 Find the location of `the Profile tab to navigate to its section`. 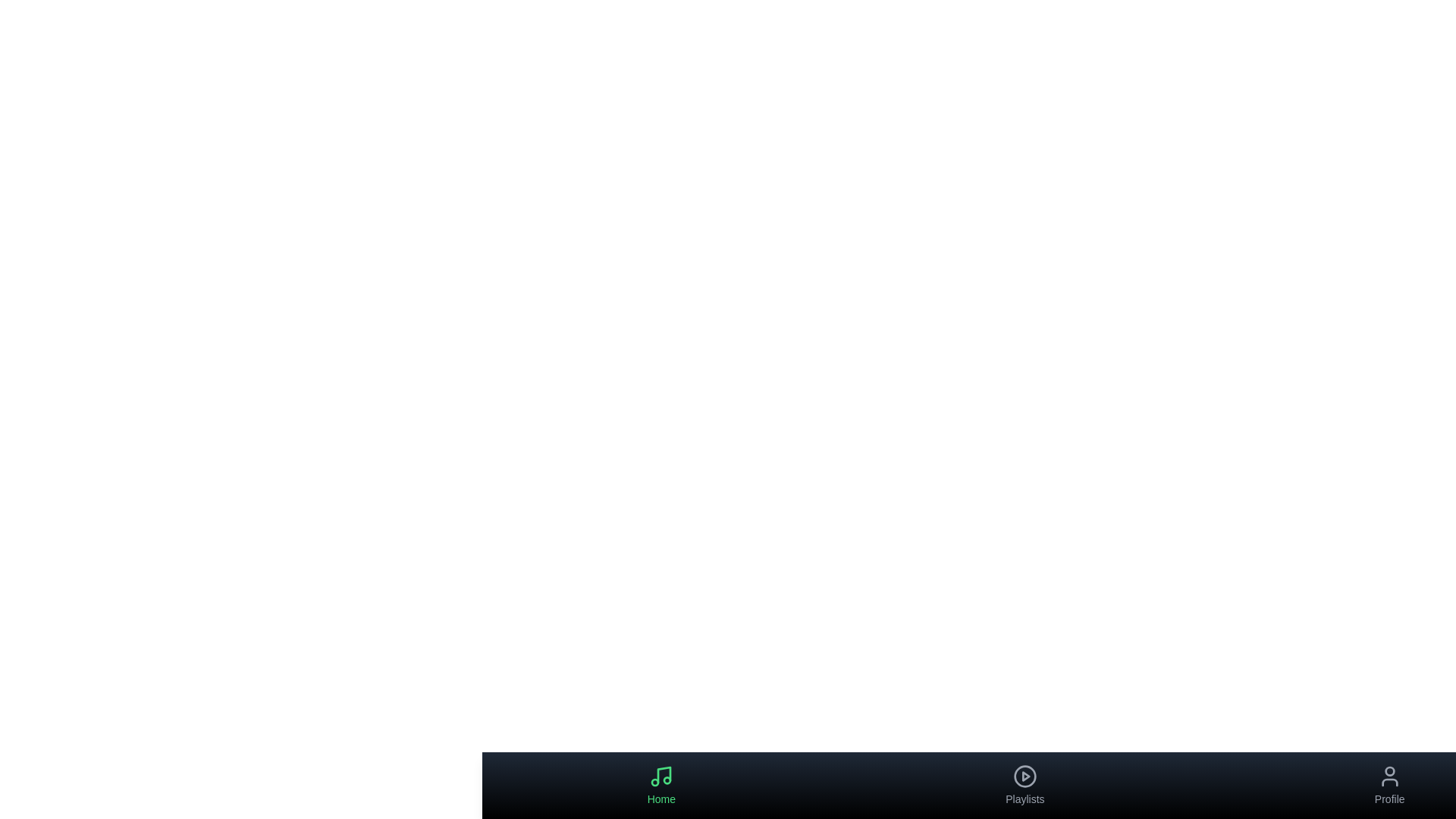

the Profile tab to navigate to its section is located at coordinates (1390, 785).